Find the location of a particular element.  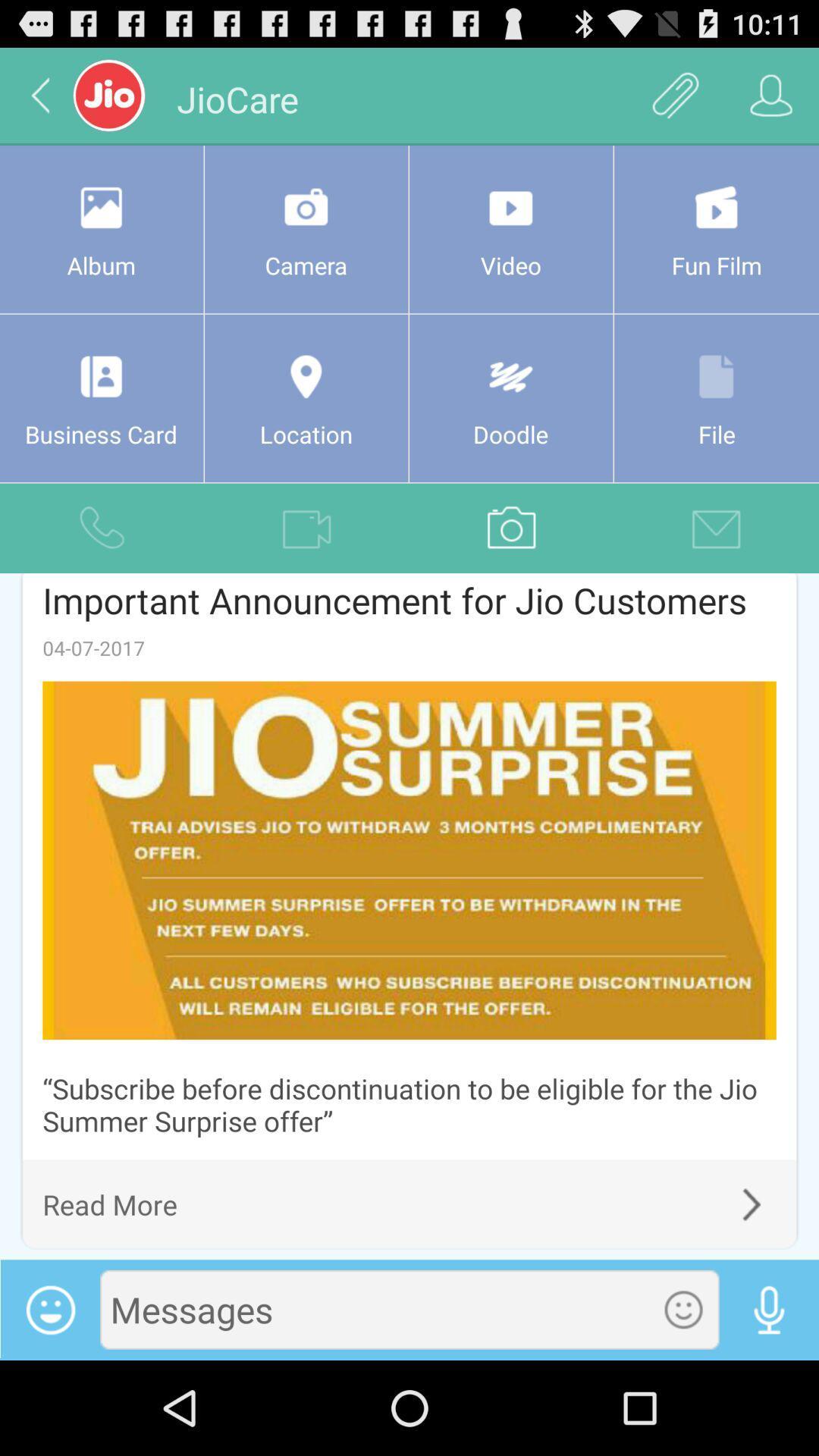

the emoji icon is located at coordinates (49, 1401).